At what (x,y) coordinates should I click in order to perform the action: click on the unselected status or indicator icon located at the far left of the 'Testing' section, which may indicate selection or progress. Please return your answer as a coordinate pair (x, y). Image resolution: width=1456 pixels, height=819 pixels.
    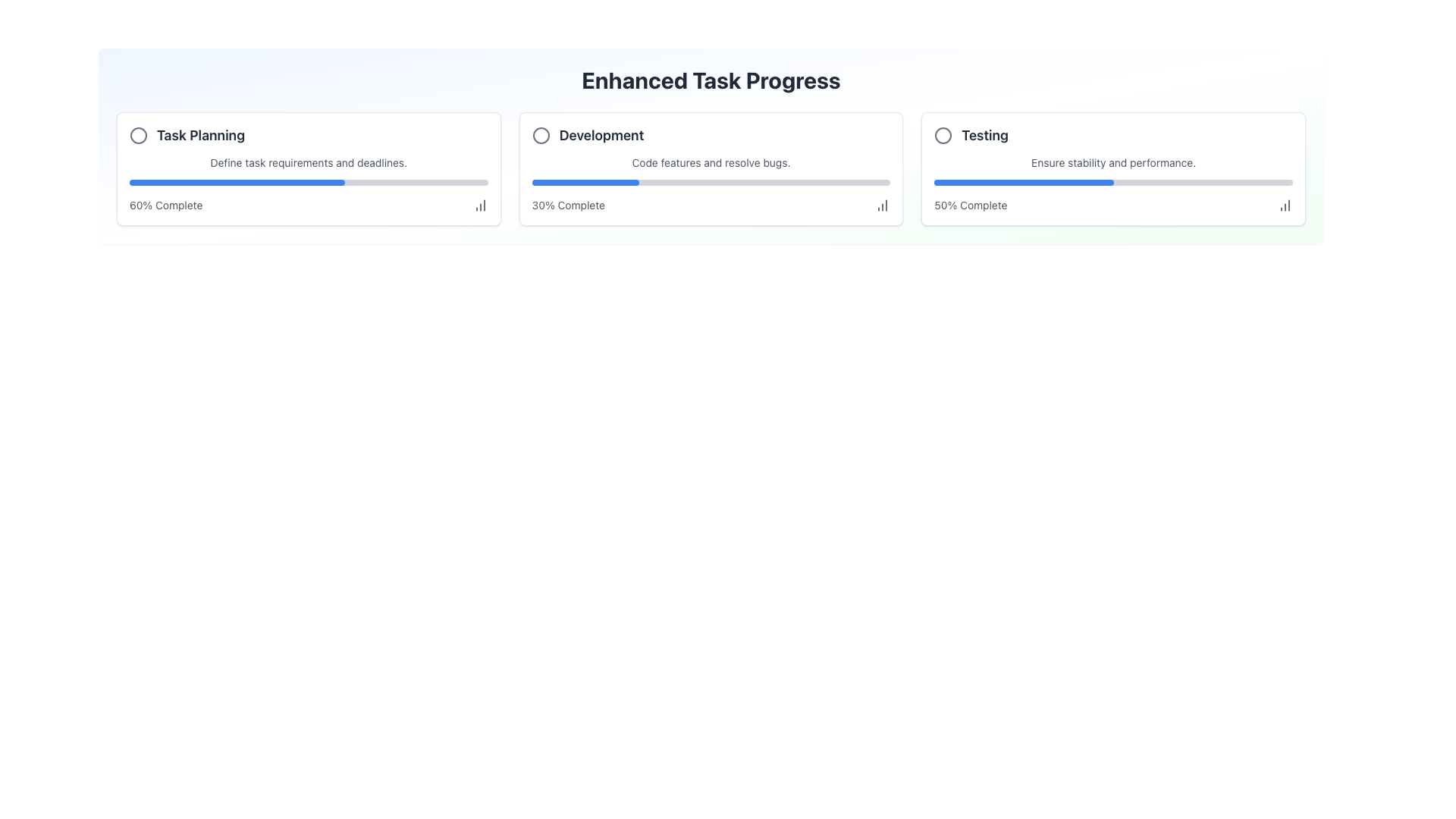
    Looking at the image, I should click on (943, 134).